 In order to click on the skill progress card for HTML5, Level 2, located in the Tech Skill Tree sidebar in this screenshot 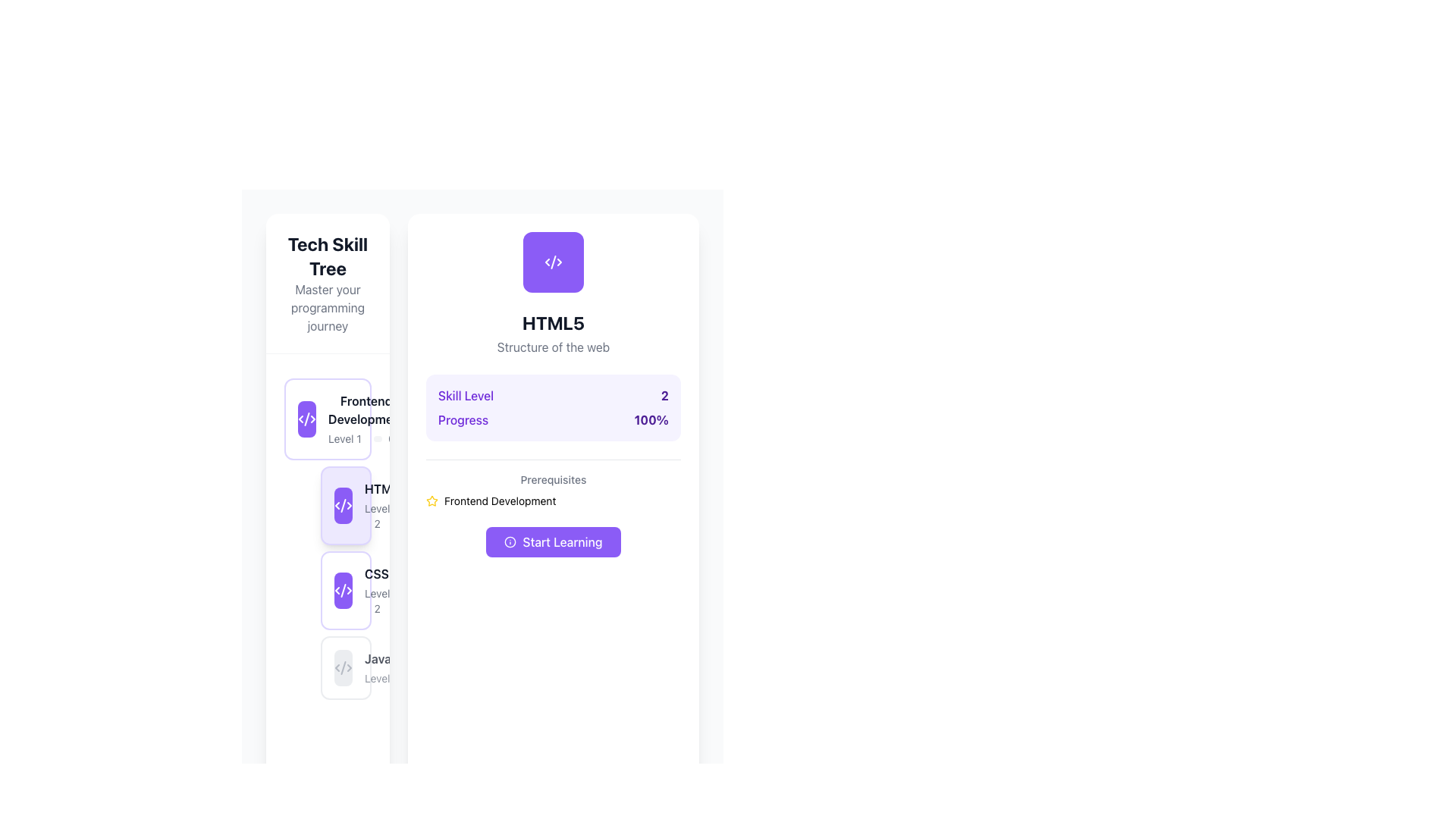, I will do `click(327, 538)`.